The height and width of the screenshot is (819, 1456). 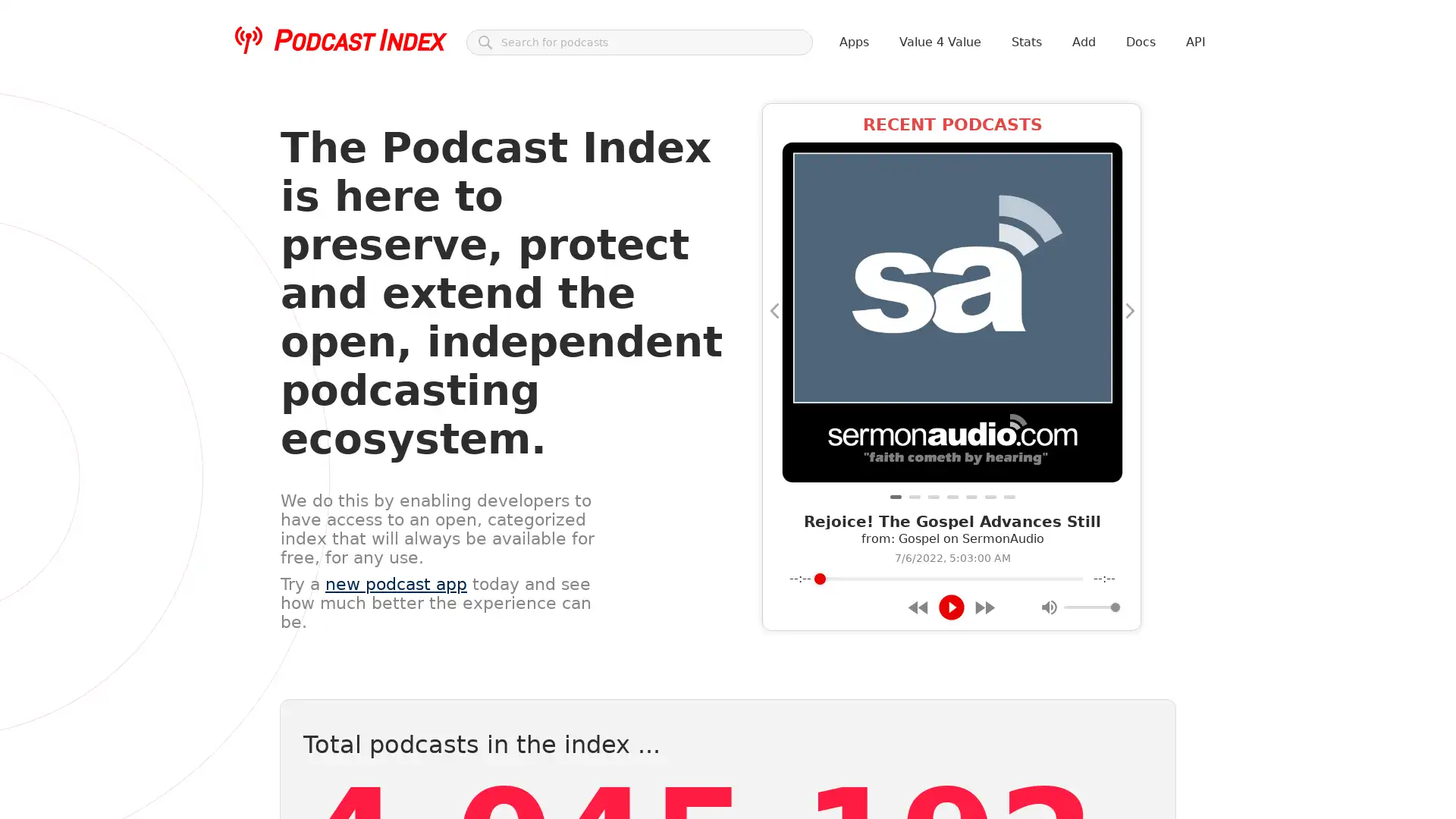 What do you see at coordinates (918, 606) in the screenshot?
I see `Rewind` at bounding box center [918, 606].